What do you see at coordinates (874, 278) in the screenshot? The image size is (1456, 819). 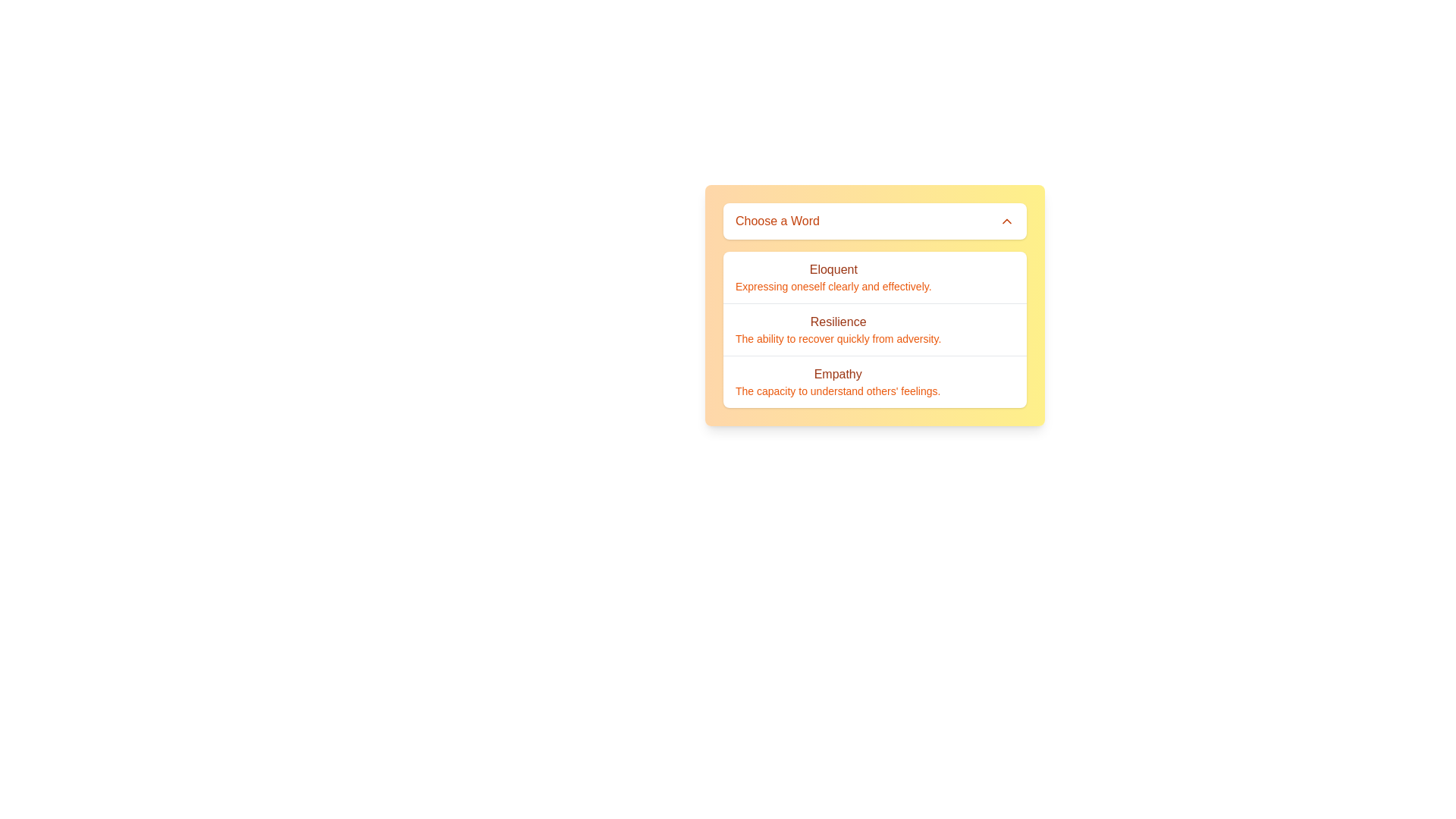 I see `to select the interactive list item option titled 'Eloquent' located beneath the header 'Choose a Word'` at bounding box center [874, 278].